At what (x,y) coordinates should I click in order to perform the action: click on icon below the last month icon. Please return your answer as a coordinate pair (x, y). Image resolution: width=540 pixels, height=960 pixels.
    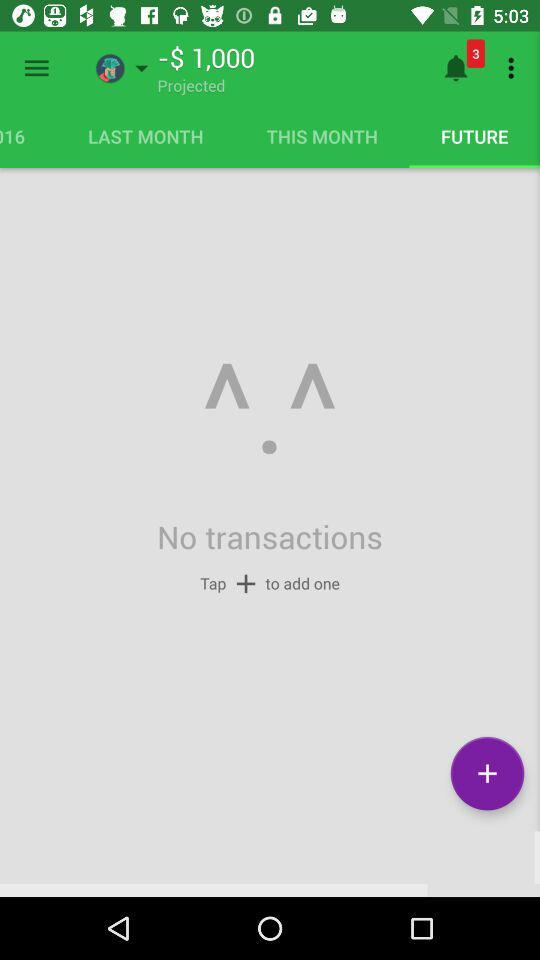
    Looking at the image, I should click on (270, 409).